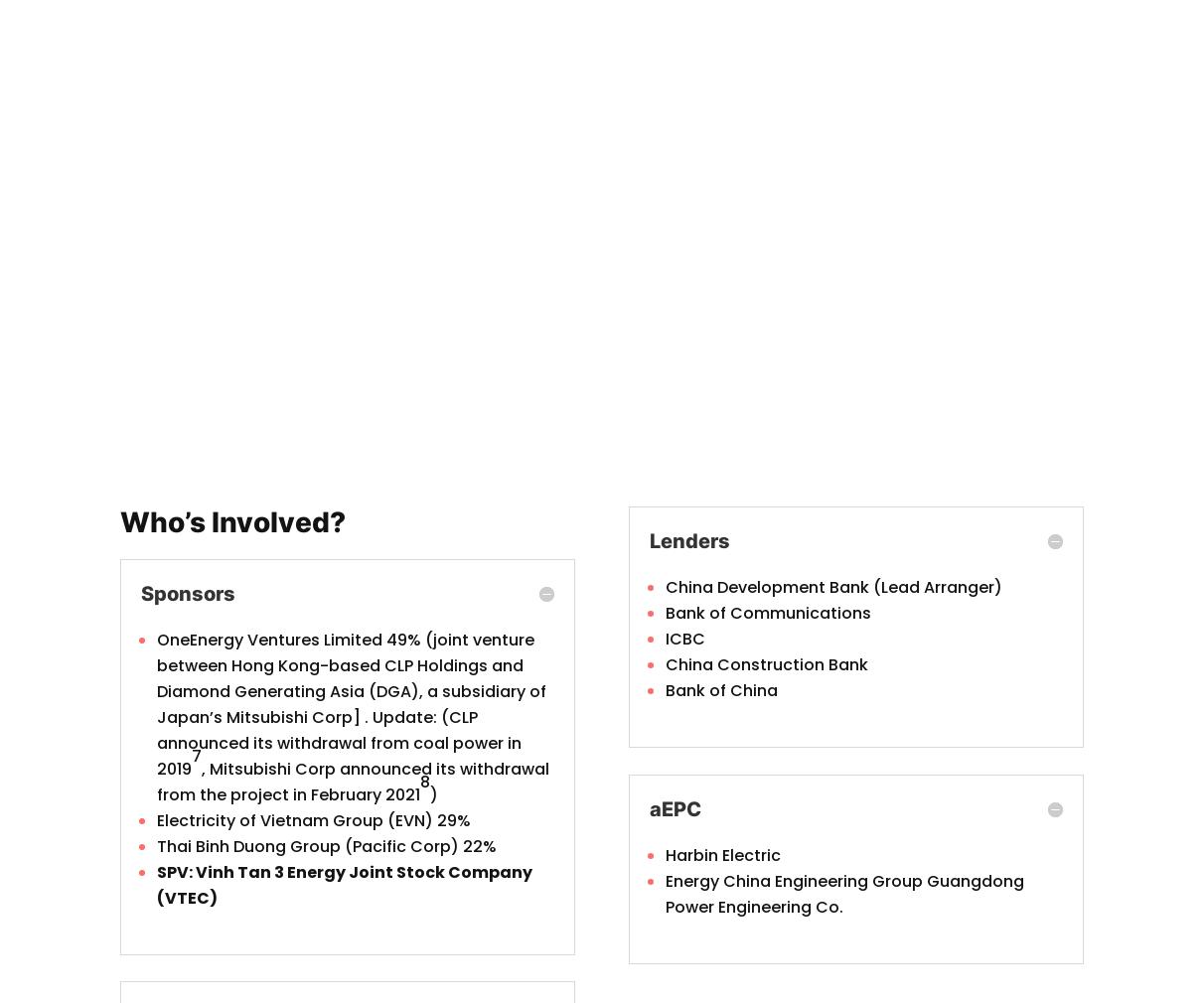 The image size is (1204, 1003). I want to click on 'Electricity of Vietnam Group (EVN) 29%', so click(312, 819).